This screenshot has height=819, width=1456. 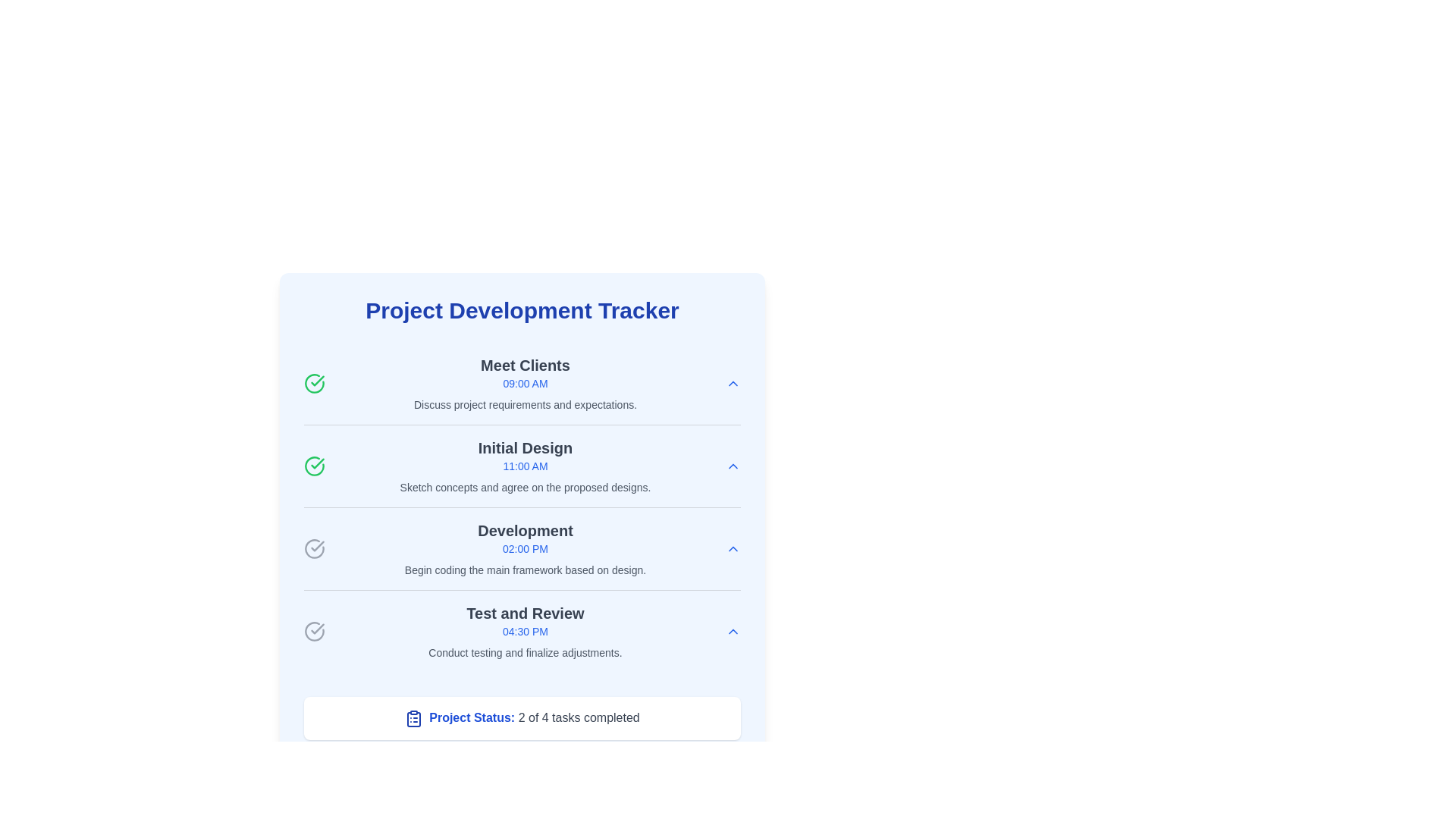 I want to click on the task item titled 'Meet Clients', so click(x=525, y=382).